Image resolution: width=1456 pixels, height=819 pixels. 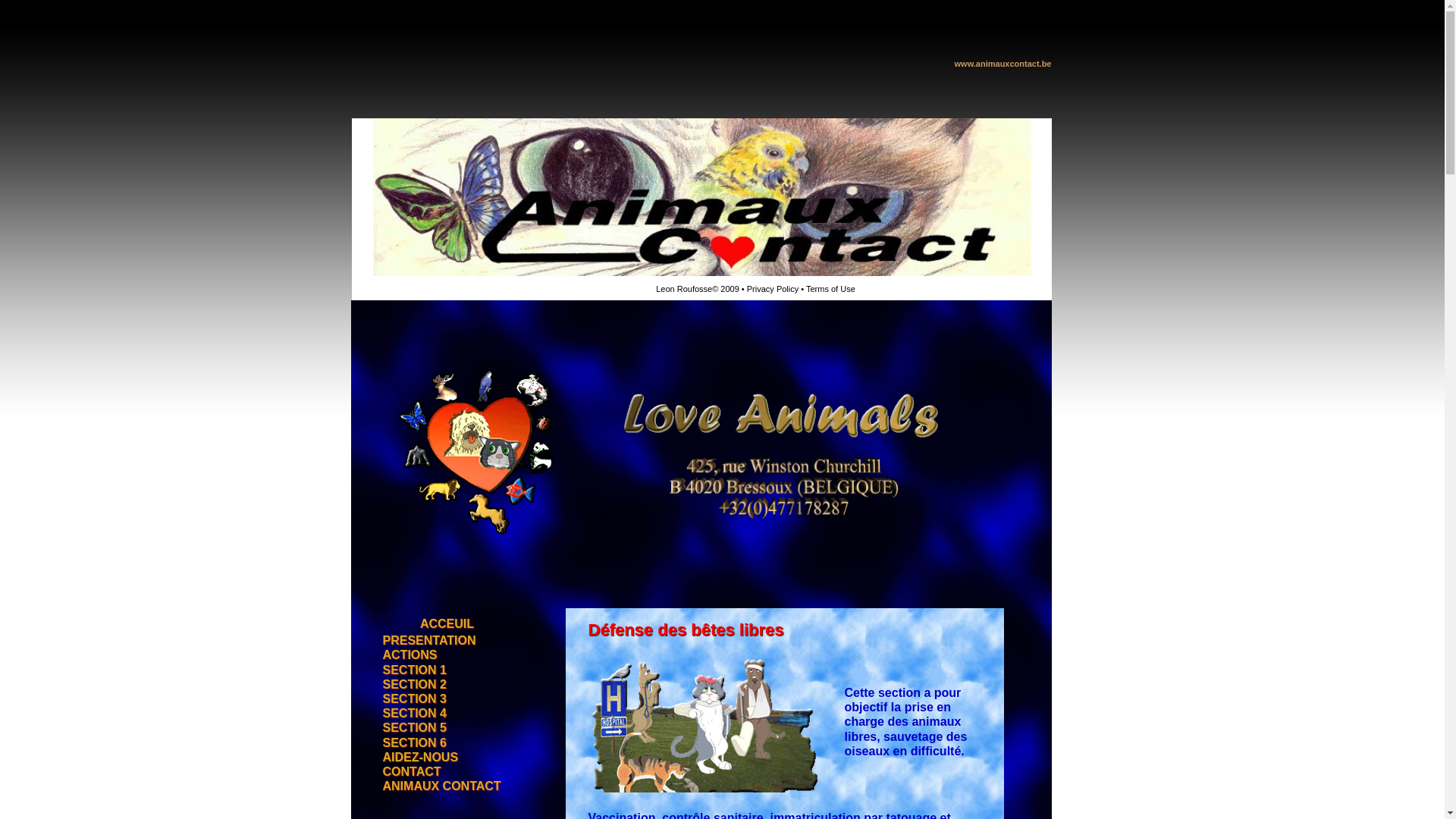 I want to click on 'Attention danger', so click(x=372, y=573).